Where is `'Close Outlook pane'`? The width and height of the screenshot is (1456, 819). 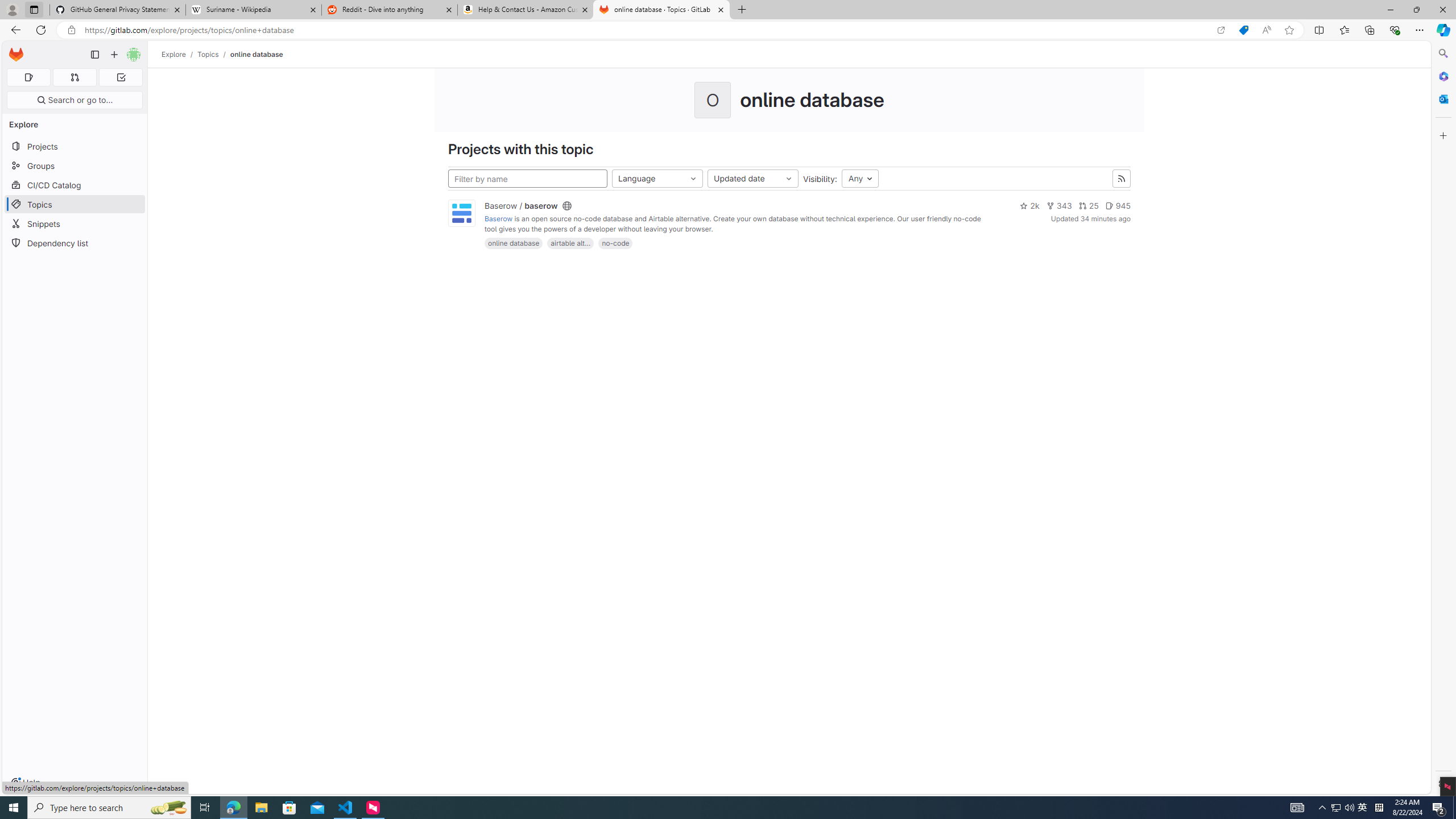 'Close Outlook pane' is located at coordinates (1442, 98).